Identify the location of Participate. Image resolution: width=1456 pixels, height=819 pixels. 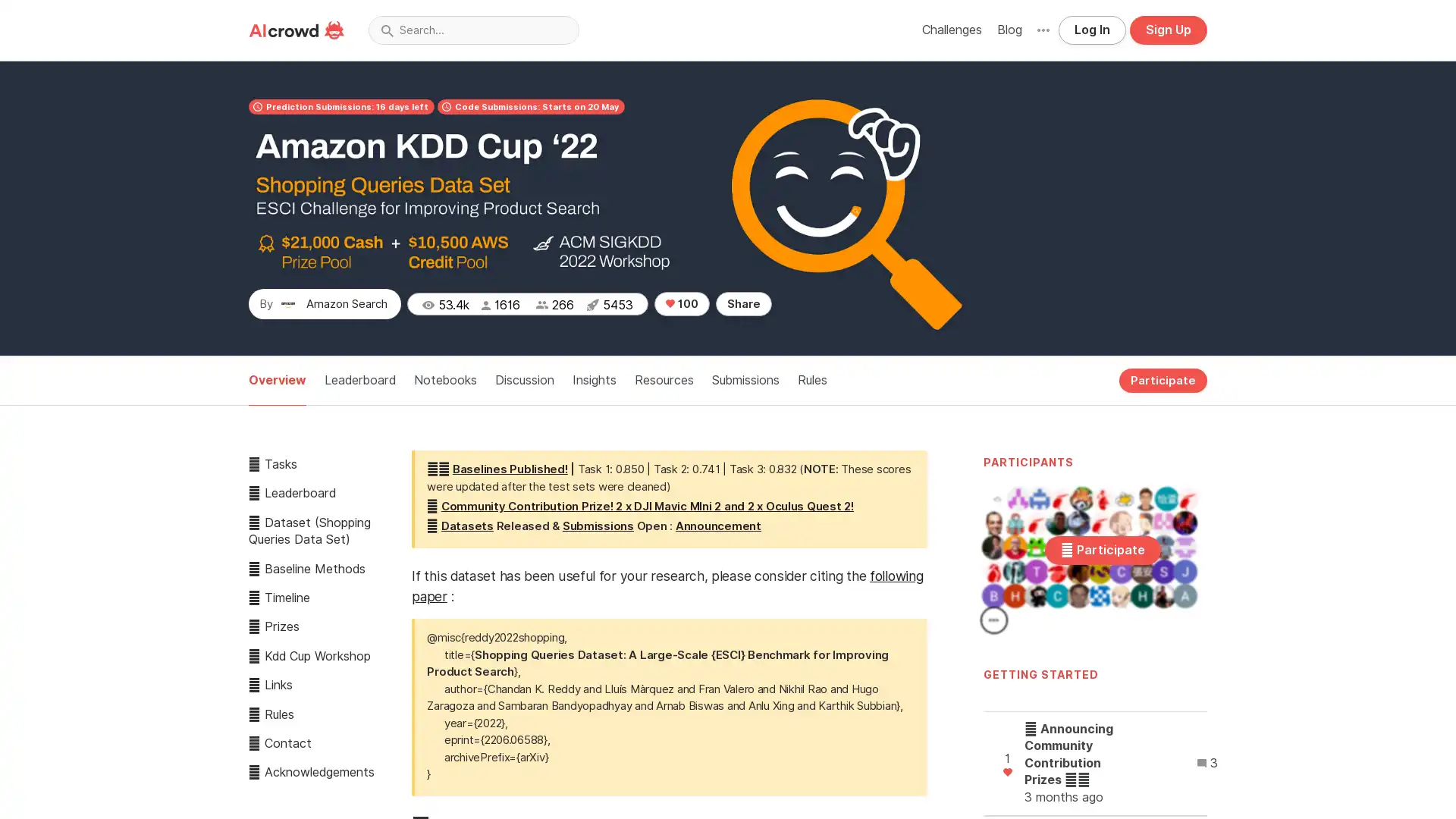
(1102, 550).